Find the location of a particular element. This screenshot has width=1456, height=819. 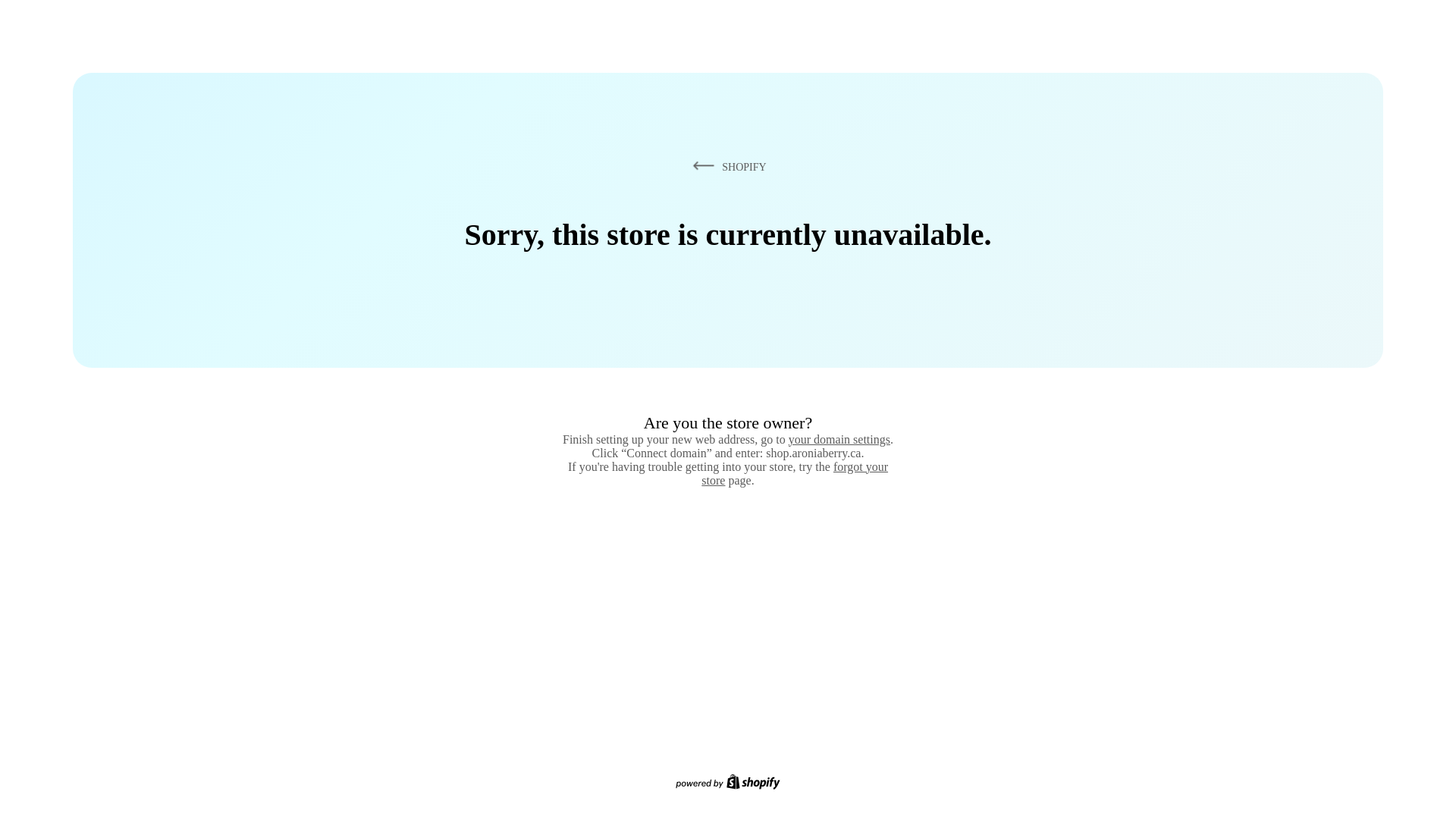

'forgot your store' is located at coordinates (793, 472).